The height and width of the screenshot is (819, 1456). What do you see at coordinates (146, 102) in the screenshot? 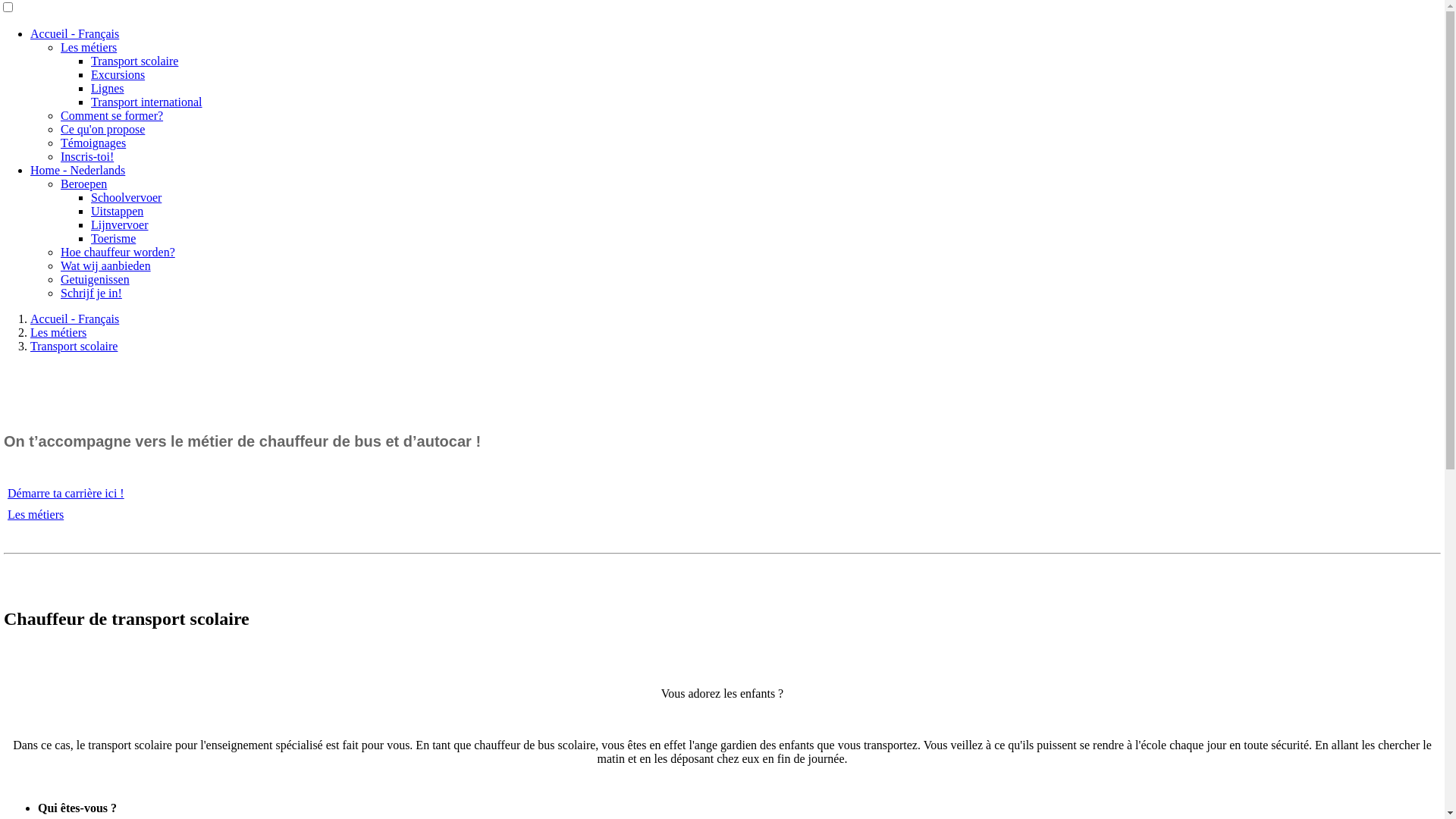
I see `'Transport international'` at bounding box center [146, 102].